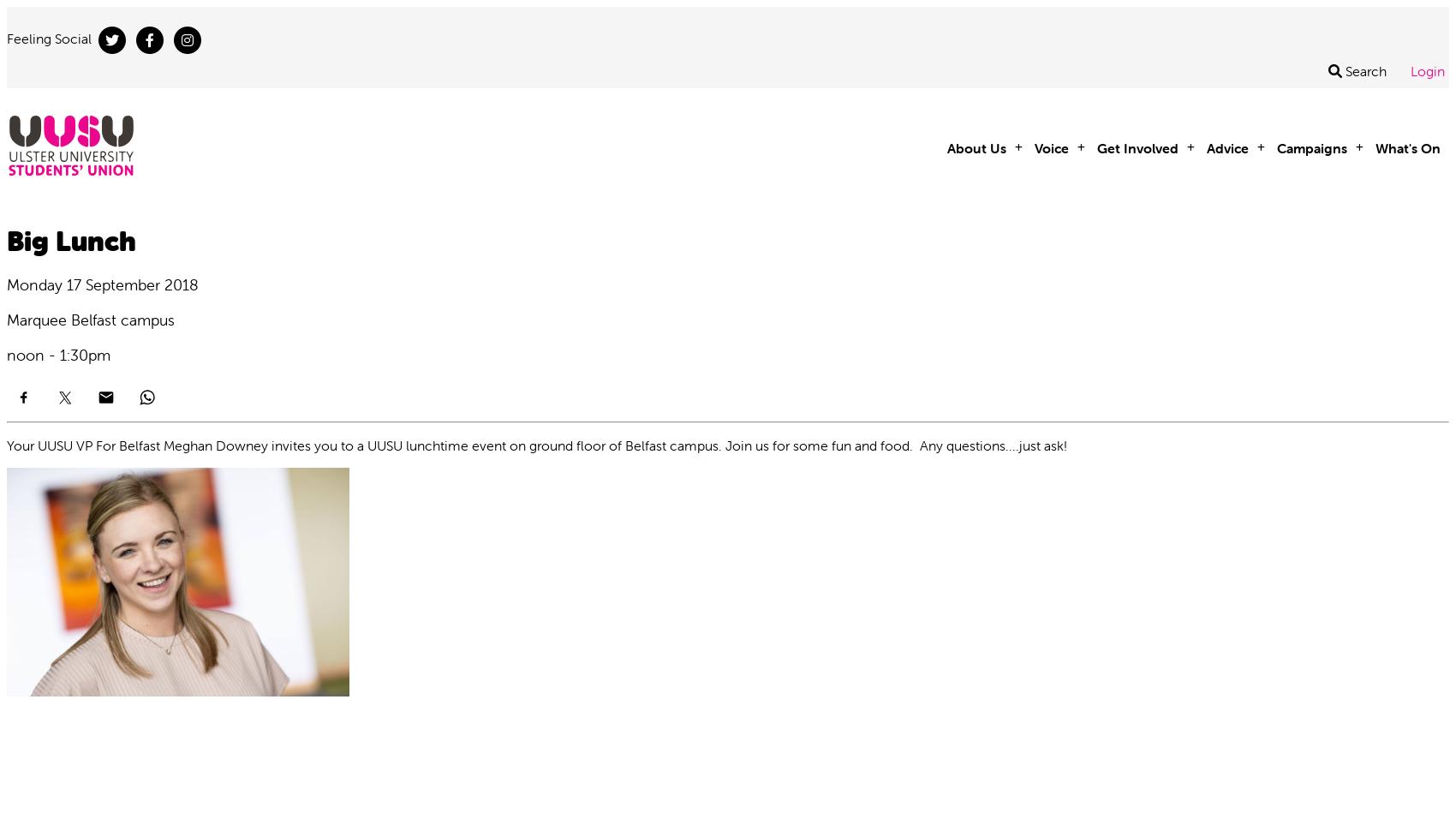 The height and width of the screenshot is (825, 1456). Describe the element at coordinates (976, 147) in the screenshot. I see `'About Us'` at that location.